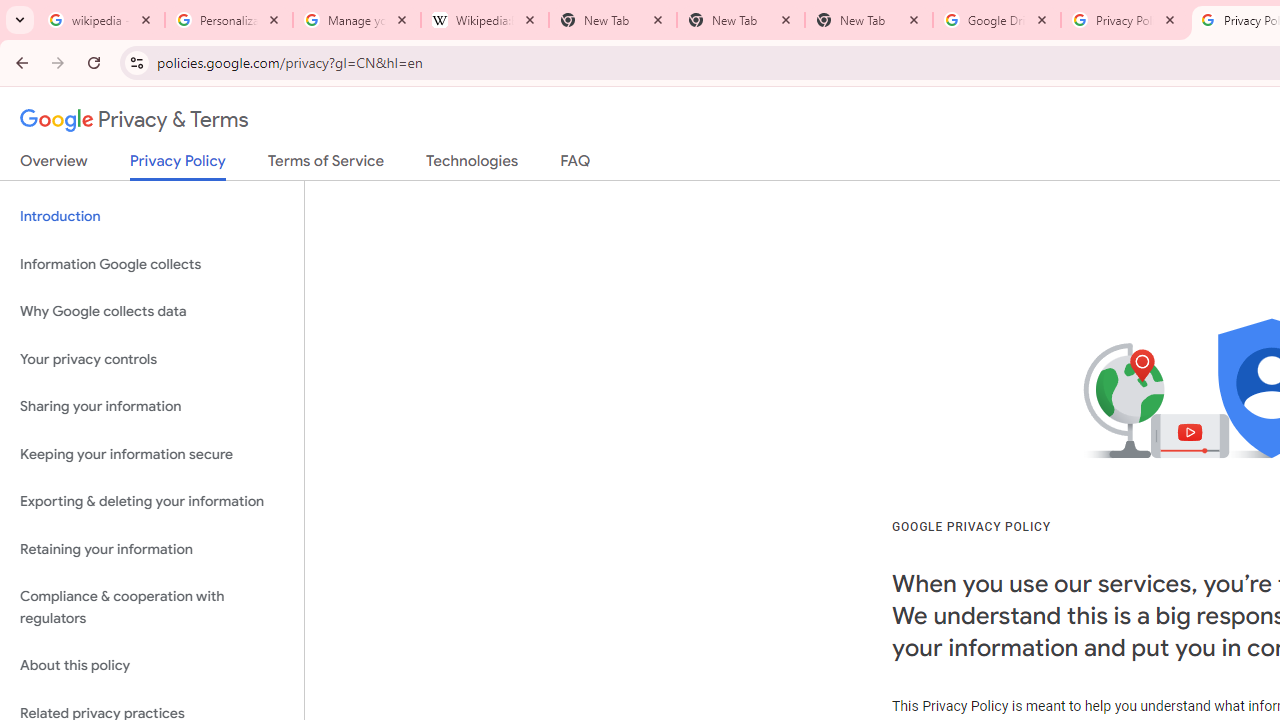 The image size is (1280, 720). I want to click on 'Wikipedia:Edit requests - Wikipedia', so click(485, 20).